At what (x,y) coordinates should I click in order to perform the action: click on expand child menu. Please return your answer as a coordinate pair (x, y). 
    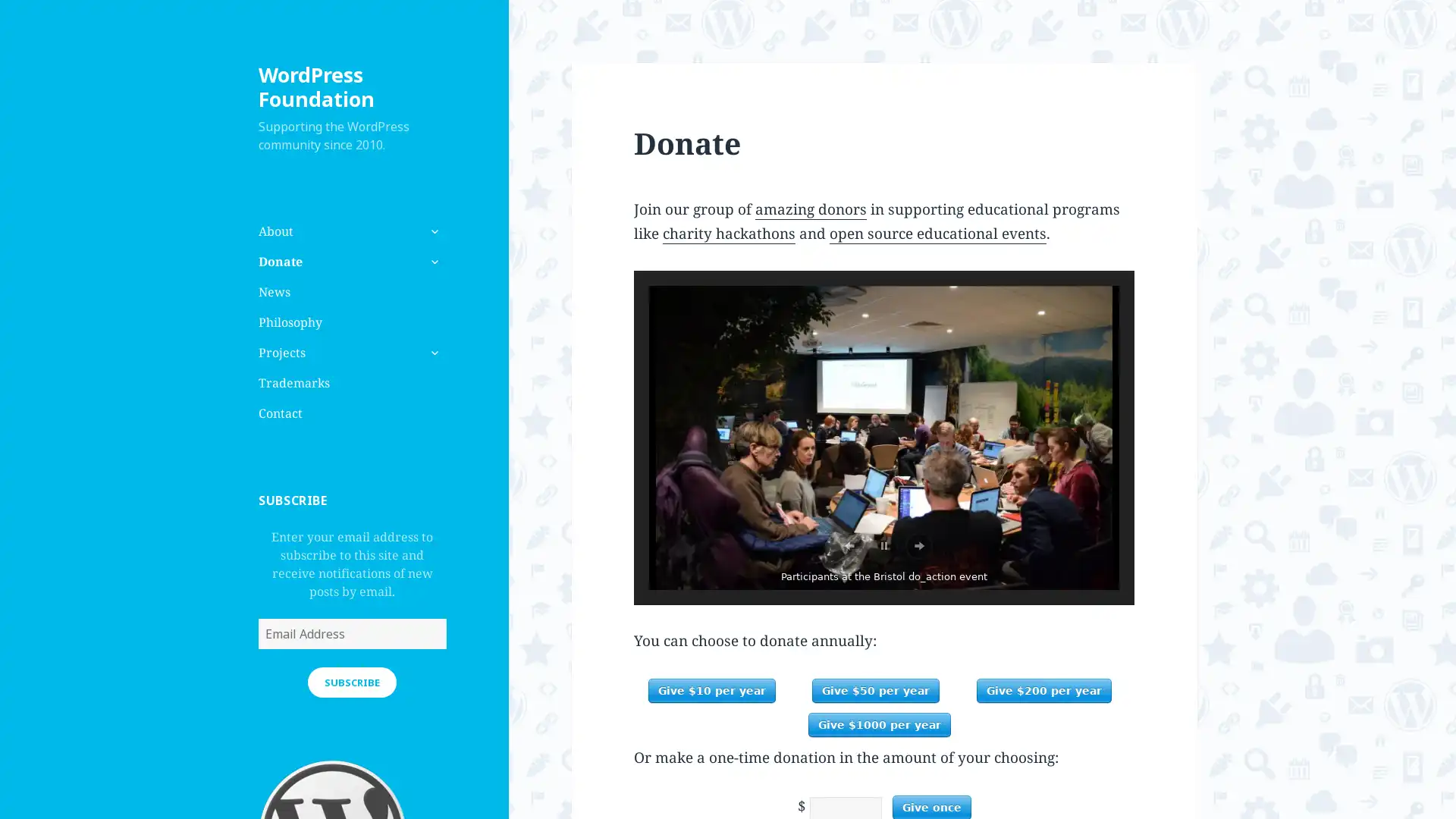
    Looking at the image, I should click on (432, 260).